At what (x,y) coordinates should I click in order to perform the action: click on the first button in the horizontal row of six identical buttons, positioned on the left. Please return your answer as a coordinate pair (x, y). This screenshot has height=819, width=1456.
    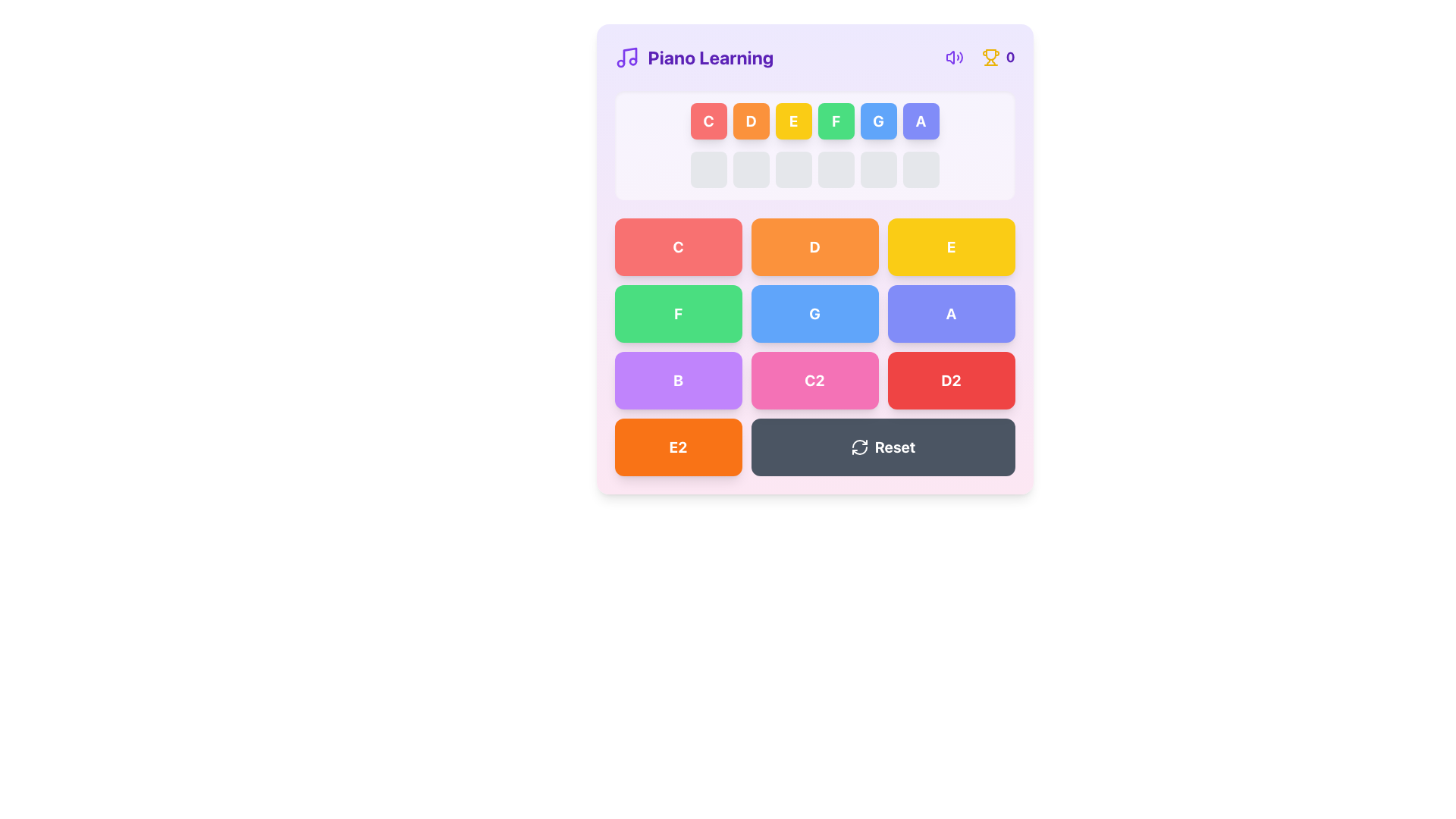
    Looking at the image, I should click on (708, 169).